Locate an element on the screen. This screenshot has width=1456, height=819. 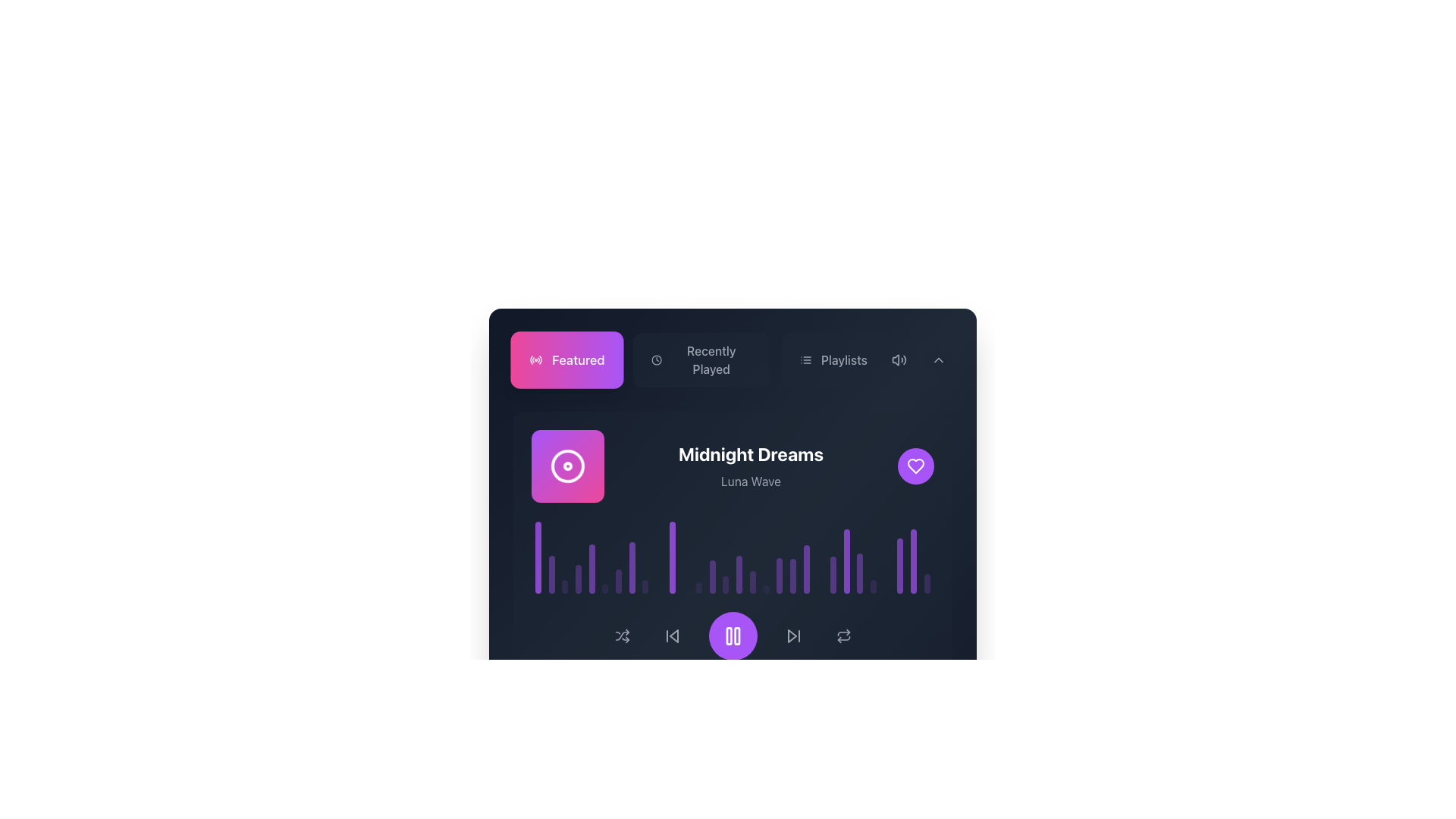
the central text label that serves as the title for the highlighted content, located above the 'Luna Wave' text and aligned with visual items such as the circular image icon and heart icon is located at coordinates (751, 453).